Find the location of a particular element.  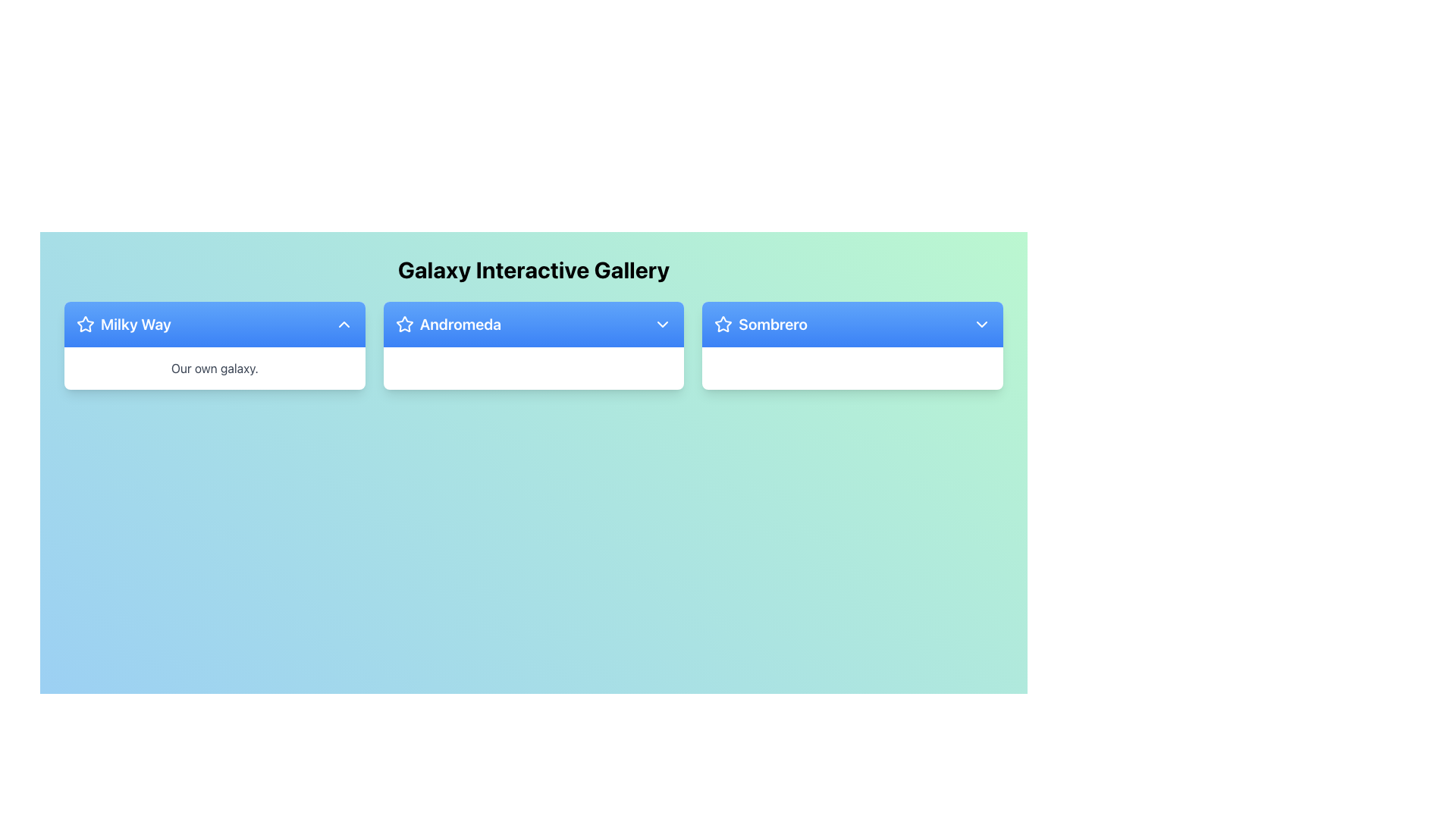

the Text Display containing the text 'Our own galaxy.' styled with a gray font and positioned below the header 'Milky Way' in the leftmost card layout is located at coordinates (214, 369).